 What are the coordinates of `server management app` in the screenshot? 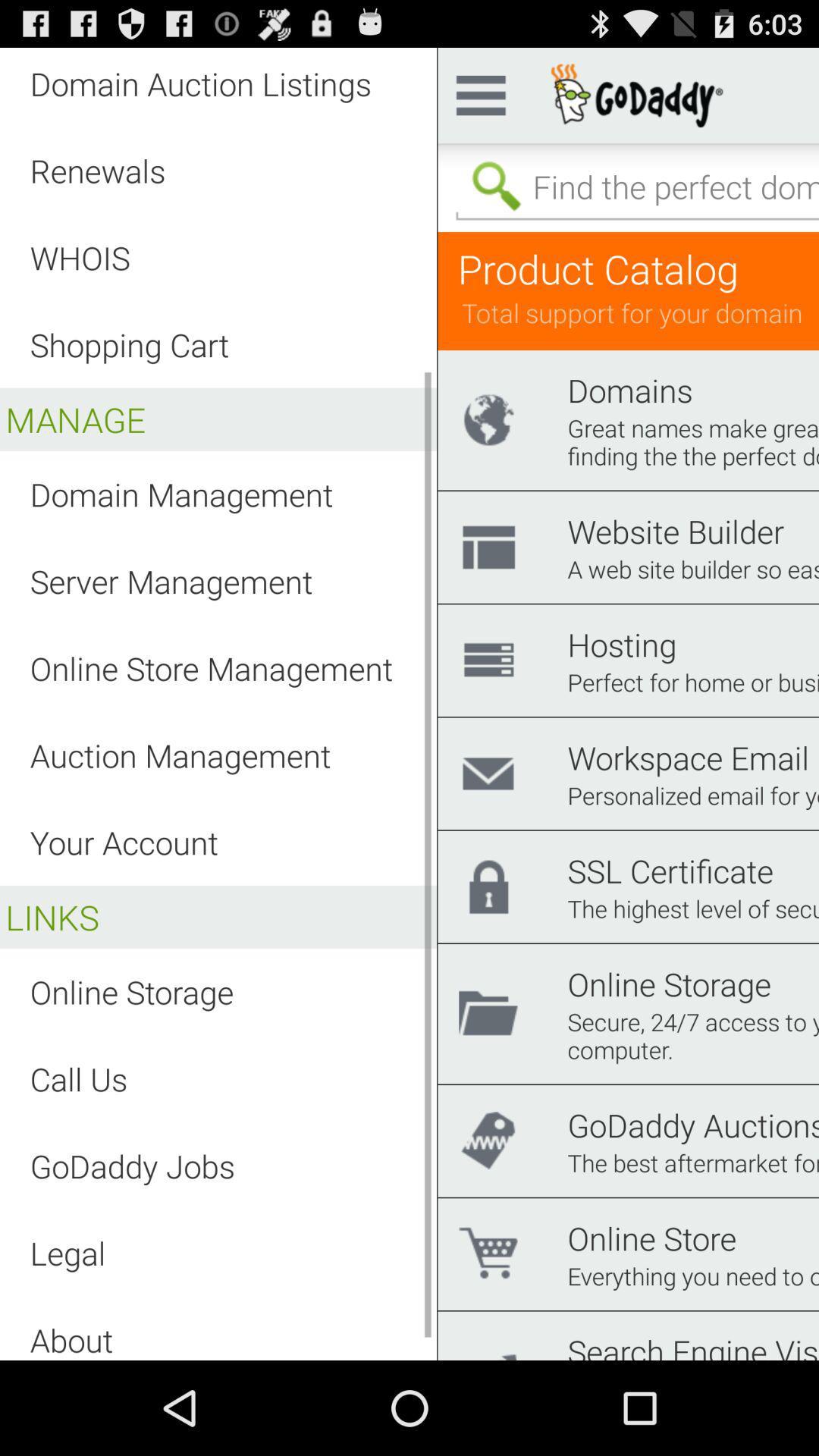 It's located at (171, 580).